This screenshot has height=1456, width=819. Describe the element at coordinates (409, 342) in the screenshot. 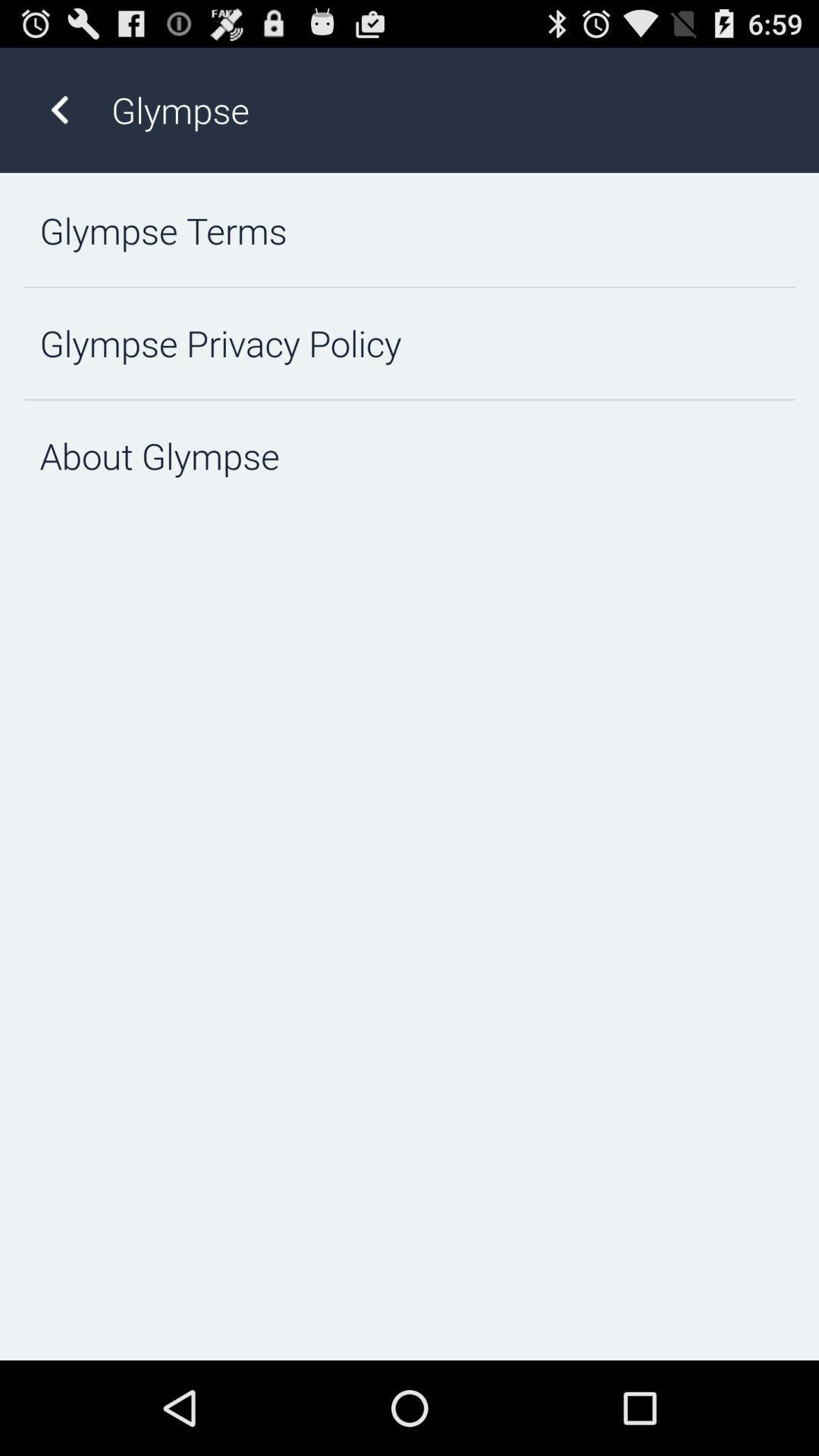

I see `glympse privacy policy icon` at that location.